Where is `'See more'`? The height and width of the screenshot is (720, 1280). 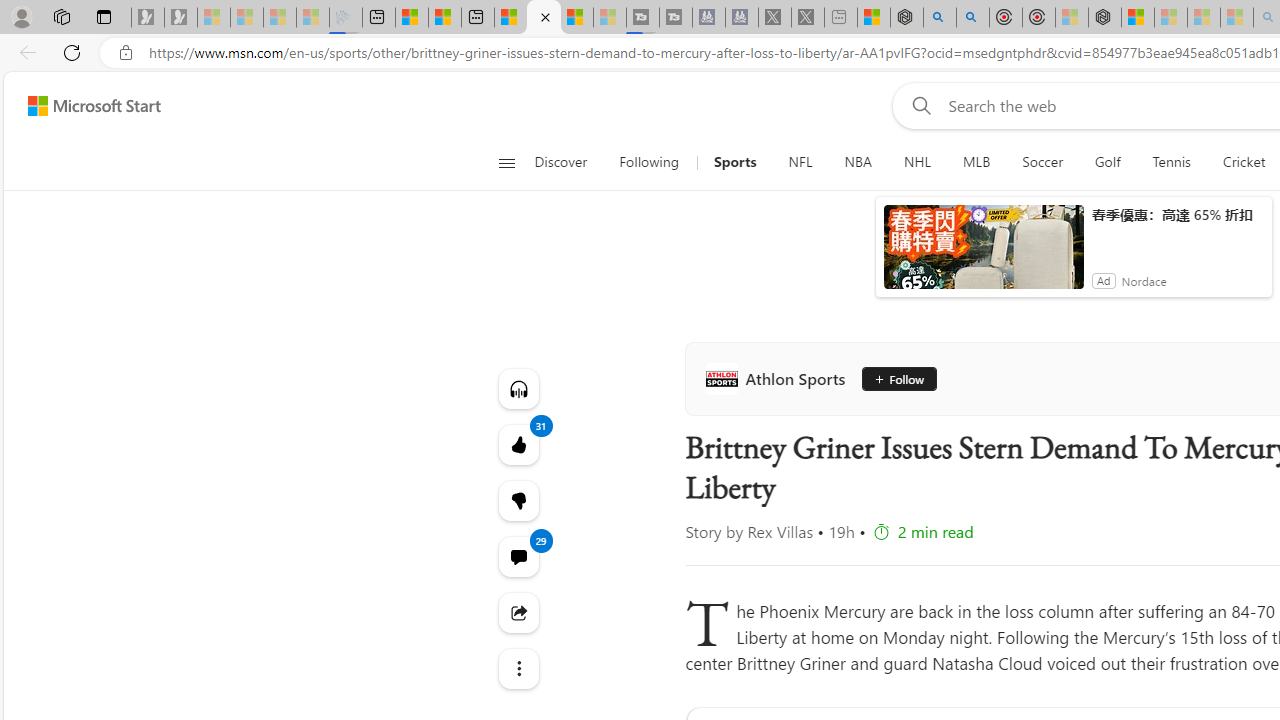 'See more' is located at coordinates (518, 668).